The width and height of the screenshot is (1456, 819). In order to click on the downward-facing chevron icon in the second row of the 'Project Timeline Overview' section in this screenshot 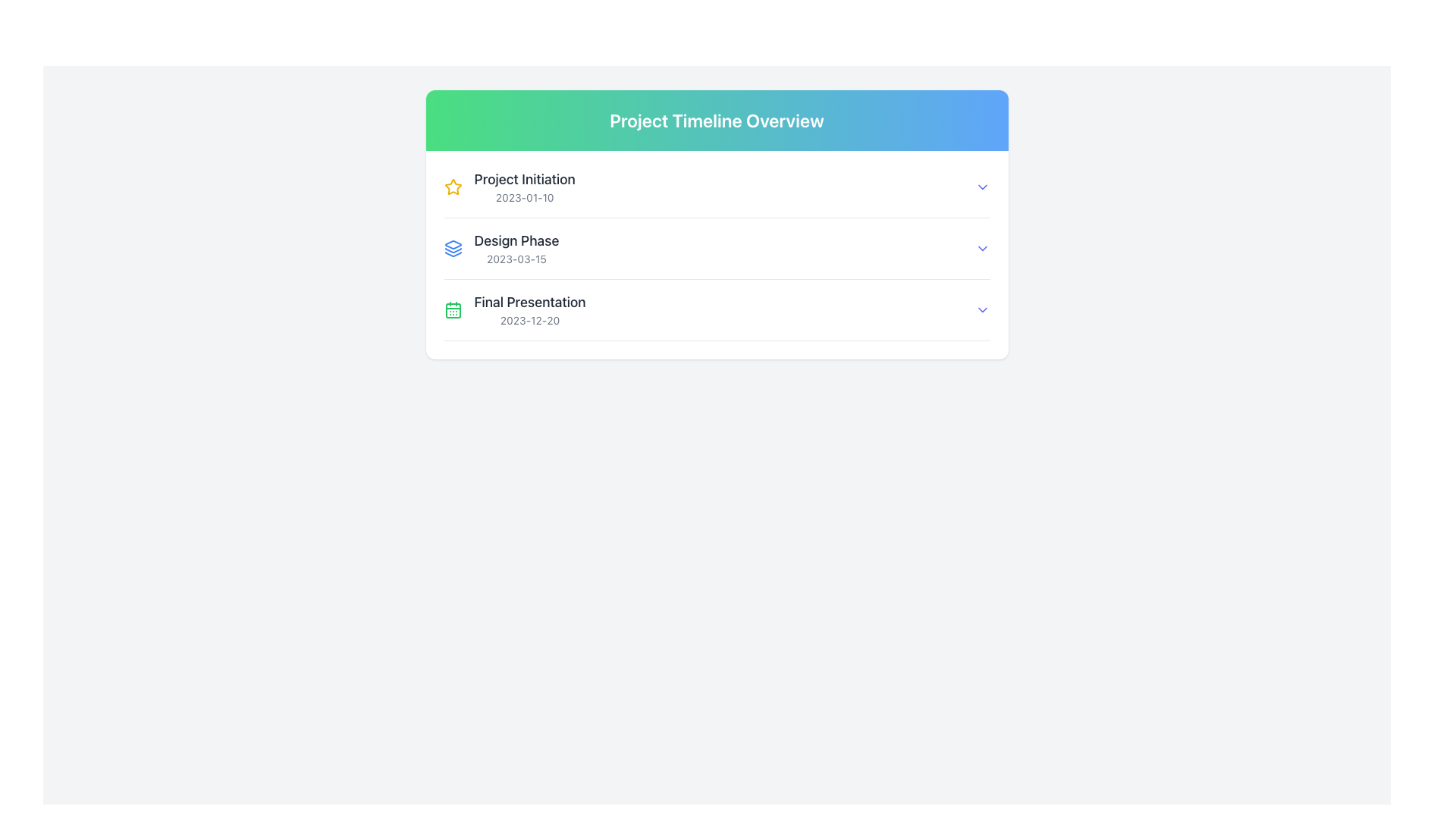, I will do `click(982, 247)`.